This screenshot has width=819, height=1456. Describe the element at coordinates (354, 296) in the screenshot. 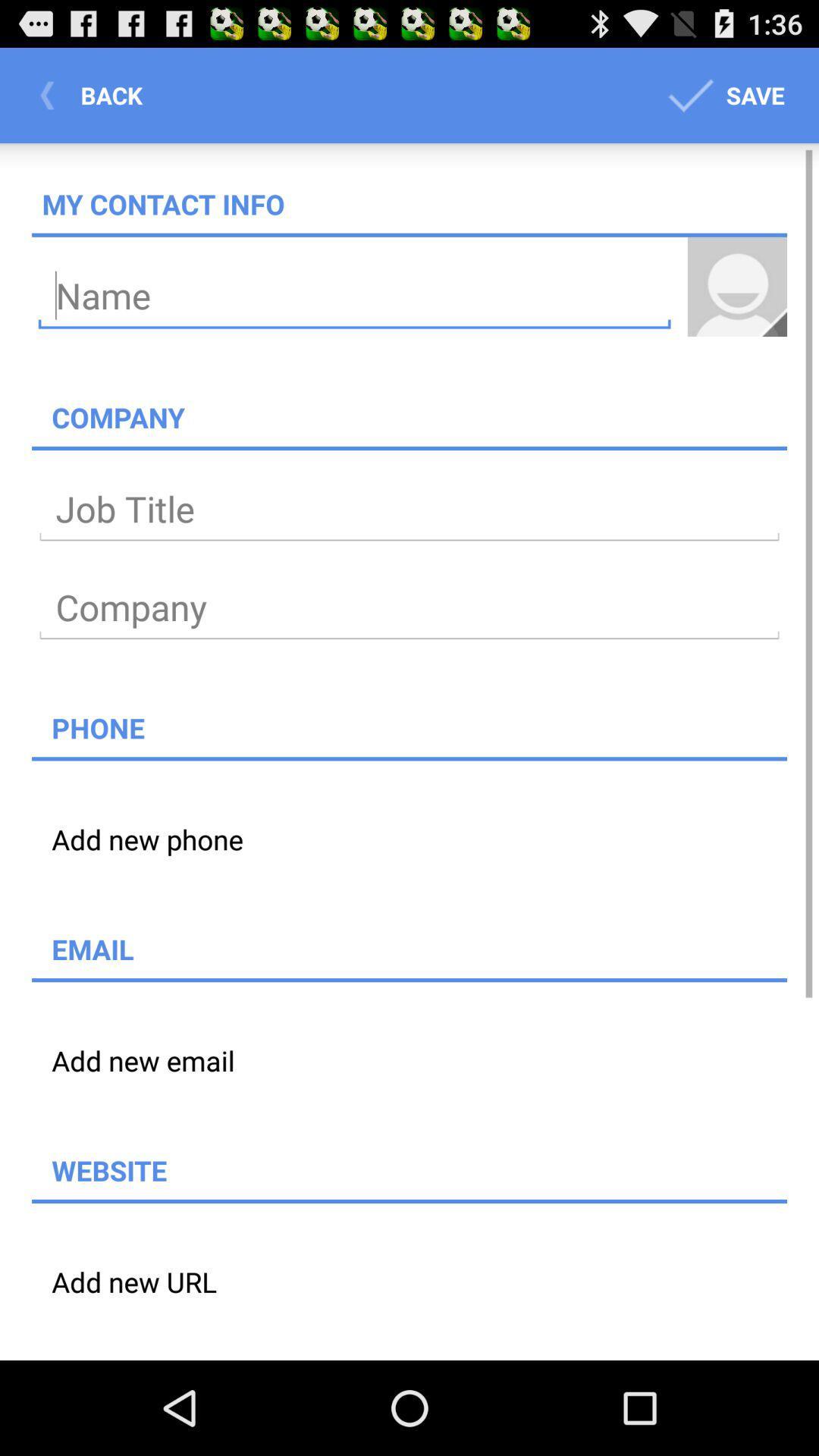

I see `name` at that location.